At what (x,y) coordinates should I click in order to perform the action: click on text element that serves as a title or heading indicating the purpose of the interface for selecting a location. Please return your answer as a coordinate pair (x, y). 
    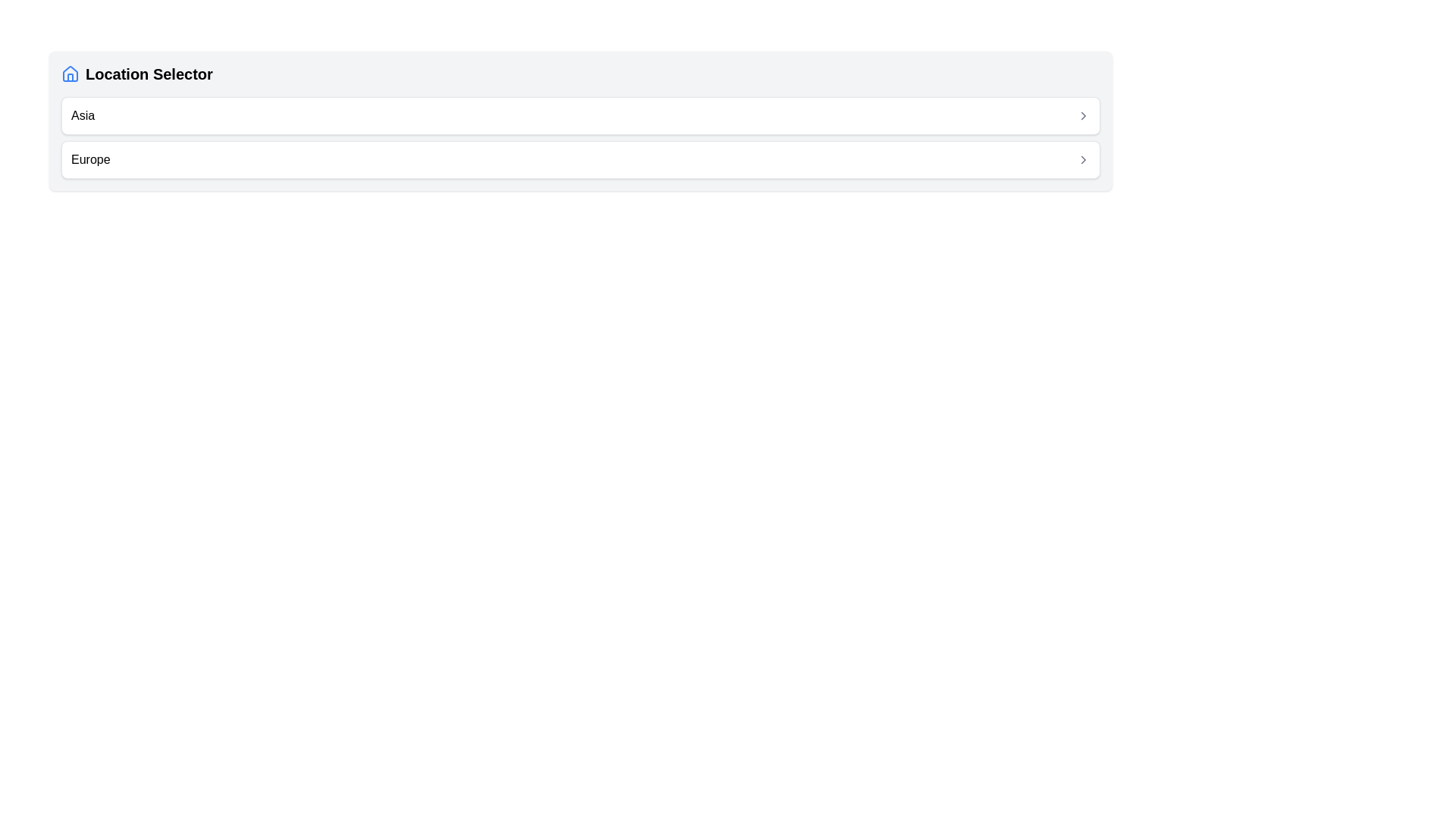
    Looking at the image, I should click on (136, 74).